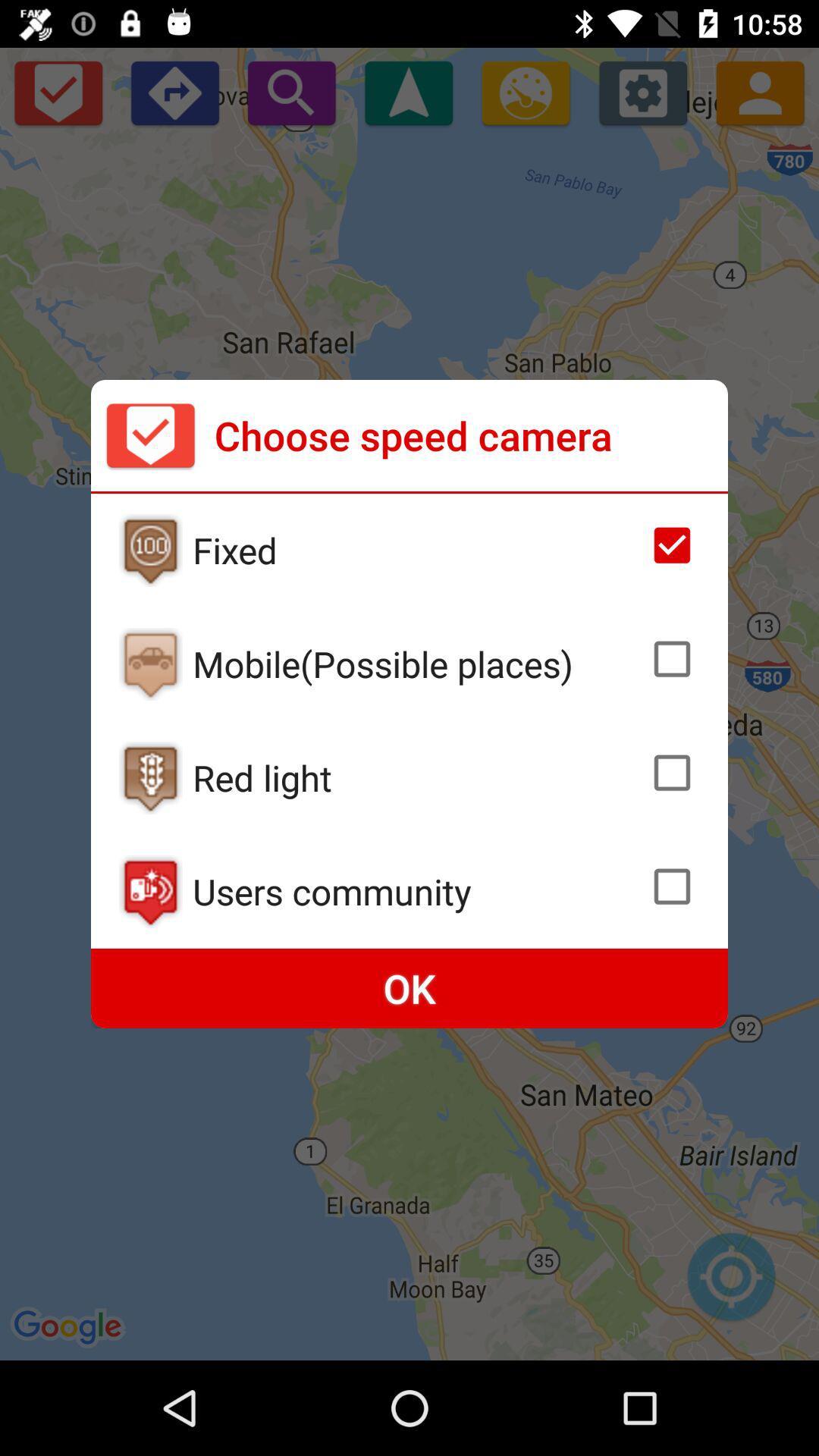 The image size is (819, 1456). I want to click on red light icon, so click(416, 777).